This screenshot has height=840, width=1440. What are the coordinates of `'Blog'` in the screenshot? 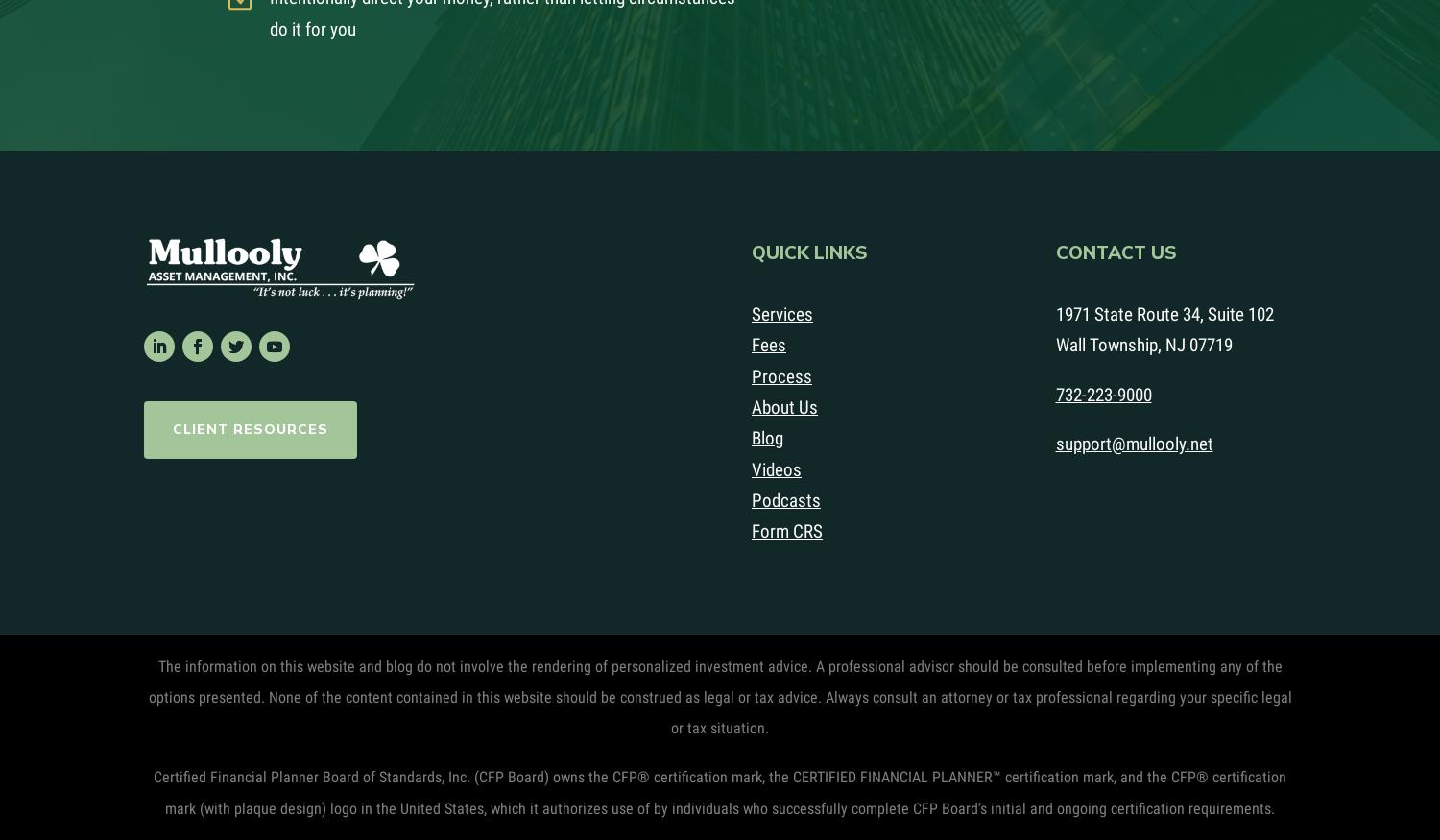 It's located at (767, 438).